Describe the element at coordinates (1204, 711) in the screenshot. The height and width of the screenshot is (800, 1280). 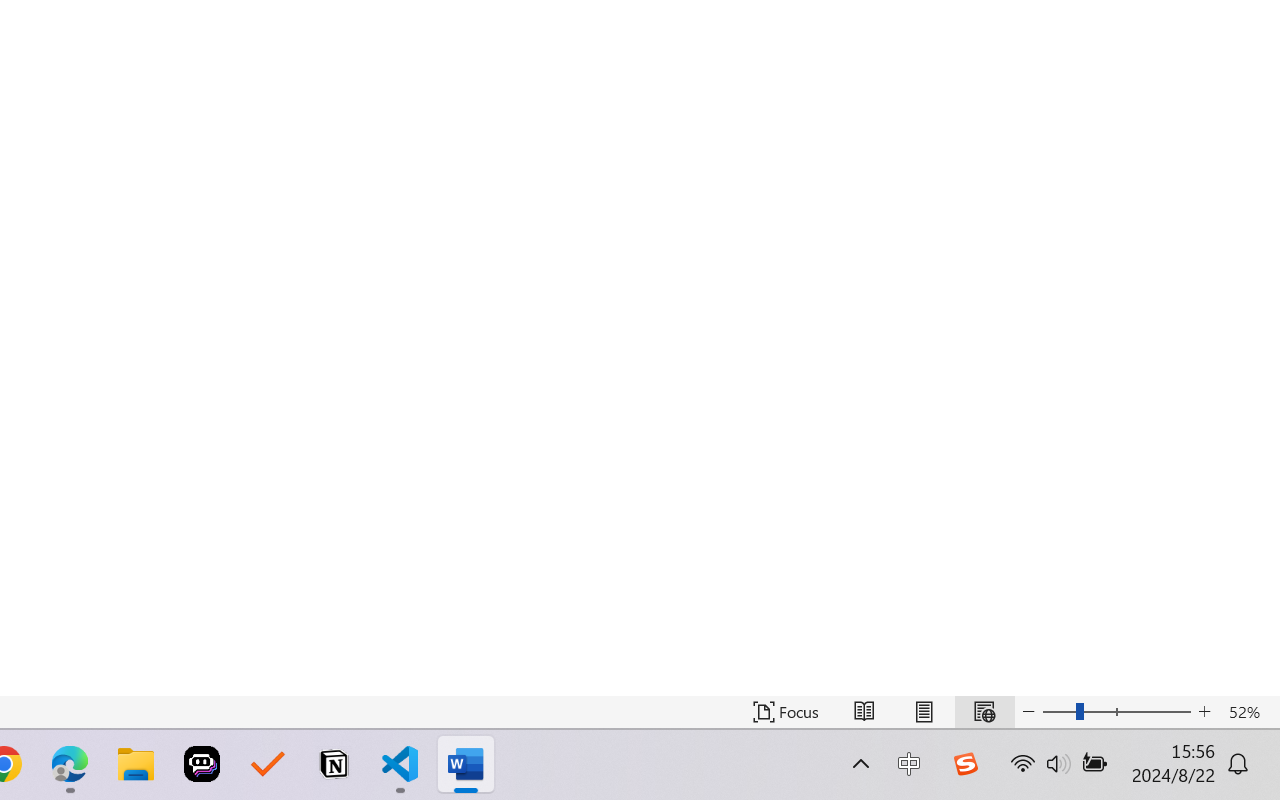
I see `'Zoom In'` at that location.